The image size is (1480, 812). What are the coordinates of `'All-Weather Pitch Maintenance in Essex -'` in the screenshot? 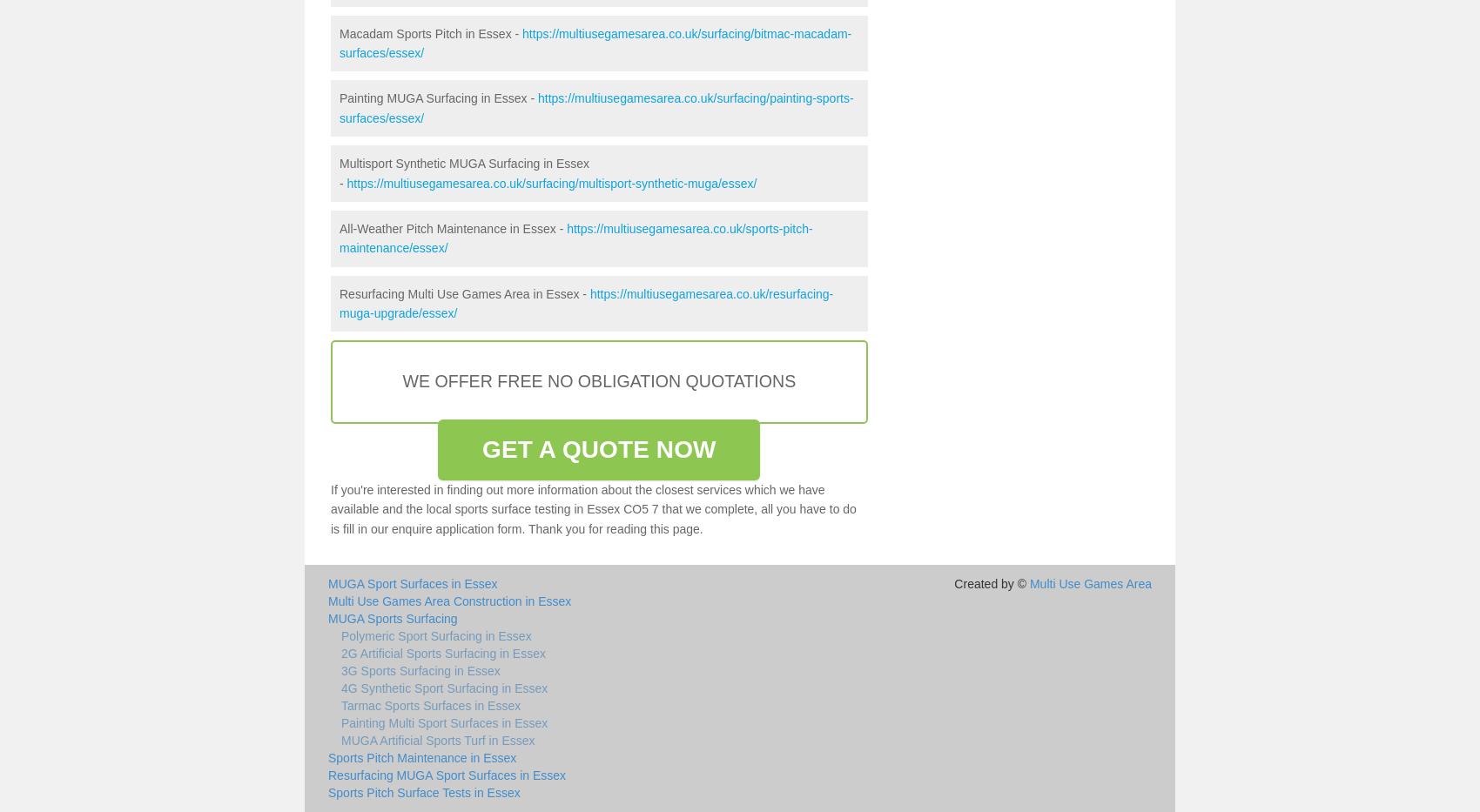 It's located at (453, 227).